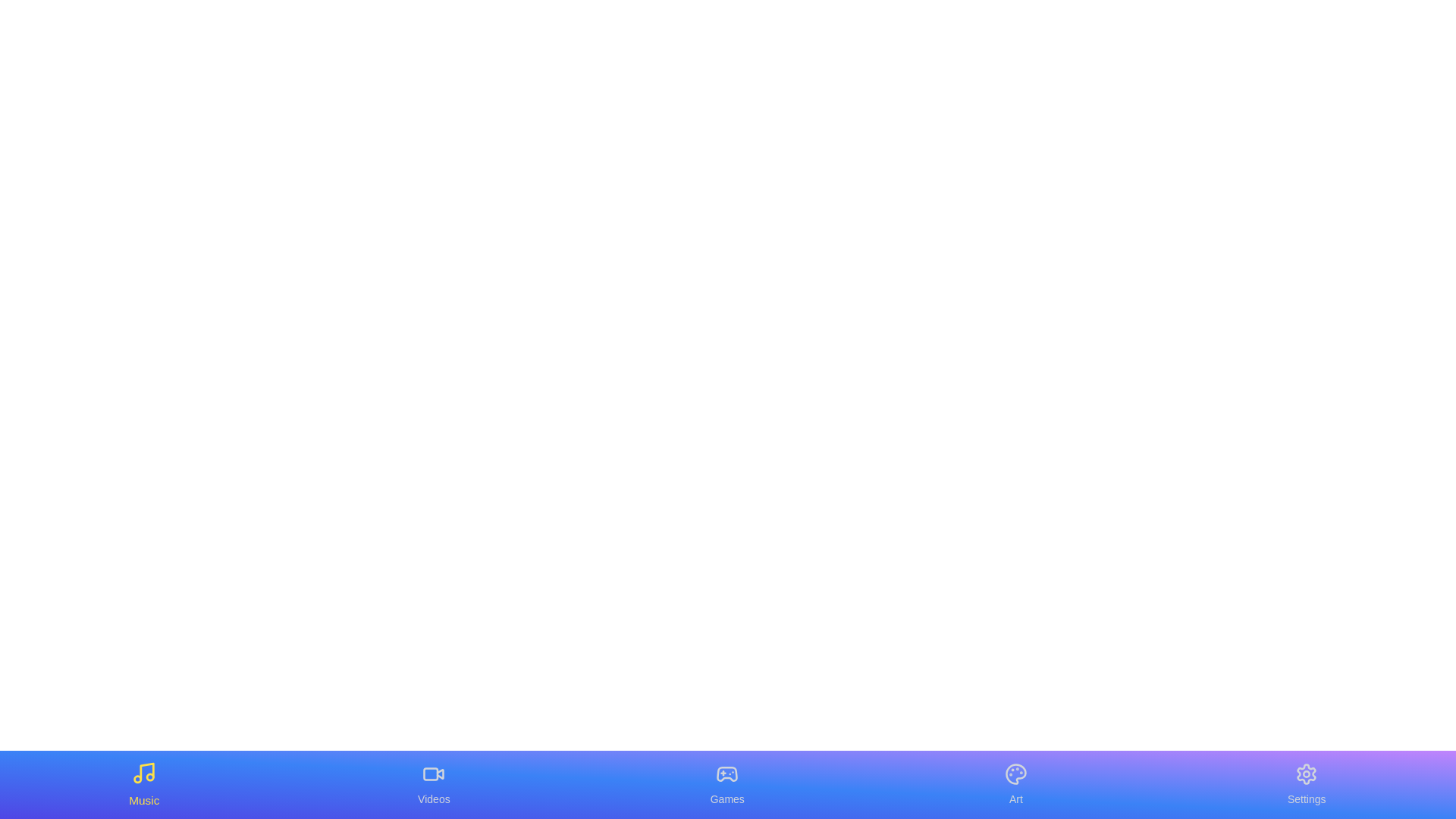 The image size is (1456, 819). Describe the element at coordinates (726, 784) in the screenshot. I see `the tab labeled Games` at that location.